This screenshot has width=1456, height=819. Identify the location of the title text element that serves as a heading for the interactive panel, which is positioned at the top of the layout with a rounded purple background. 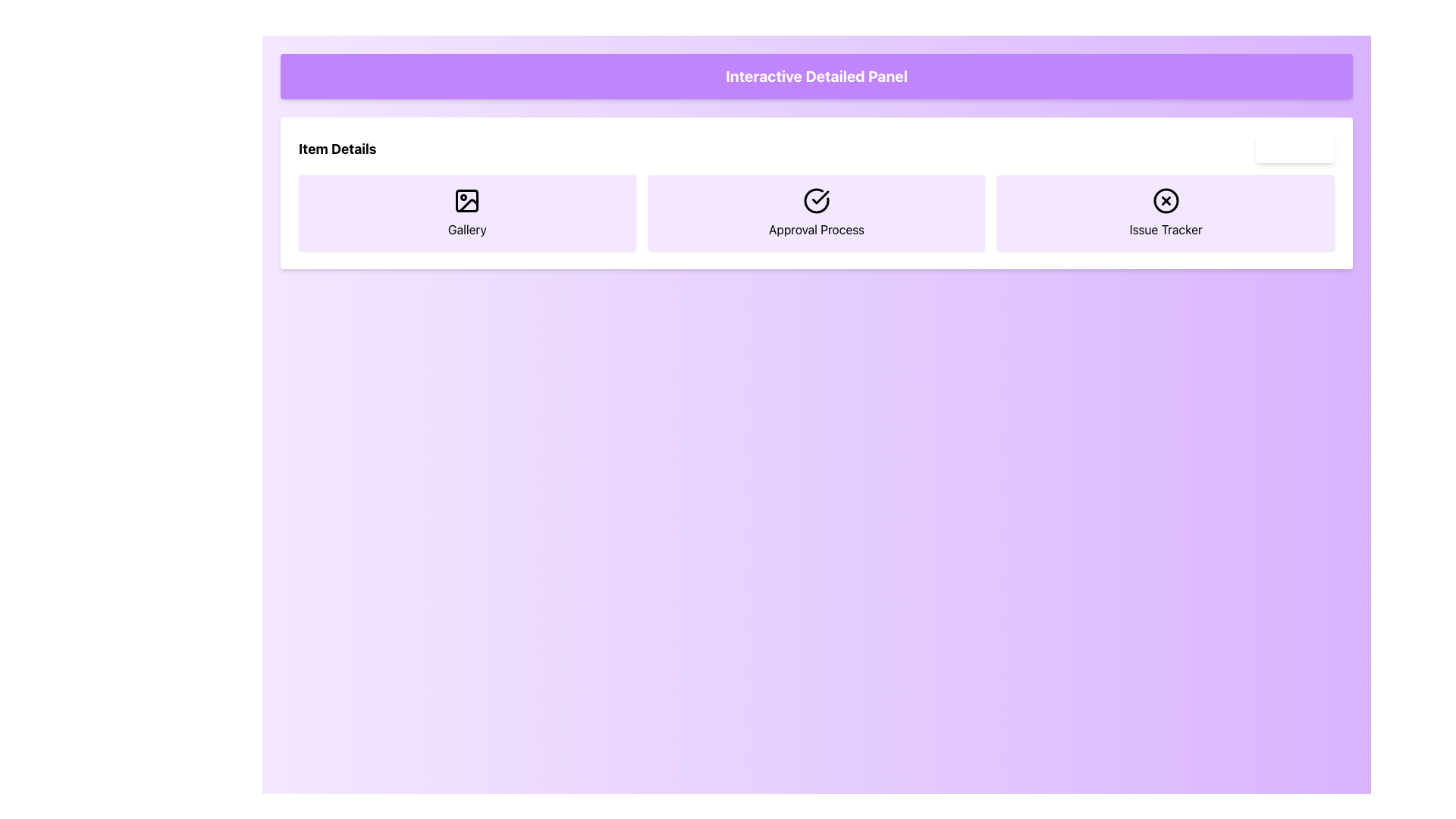
(815, 76).